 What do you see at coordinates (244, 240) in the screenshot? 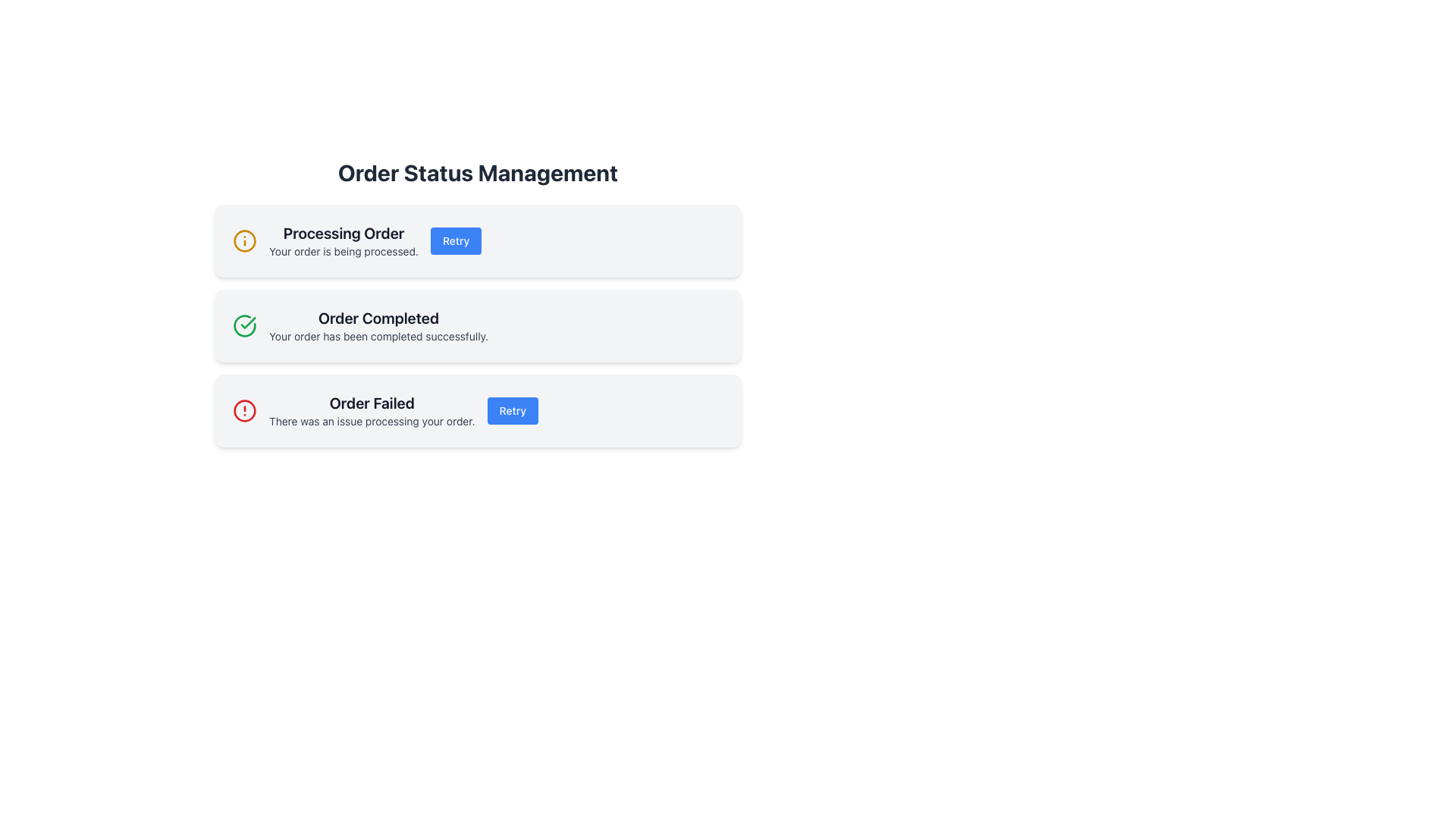
I see `the 'information' icon indicating a processing state, located to the left of the 'Processing Order' header` at bounding box center [244, 240].